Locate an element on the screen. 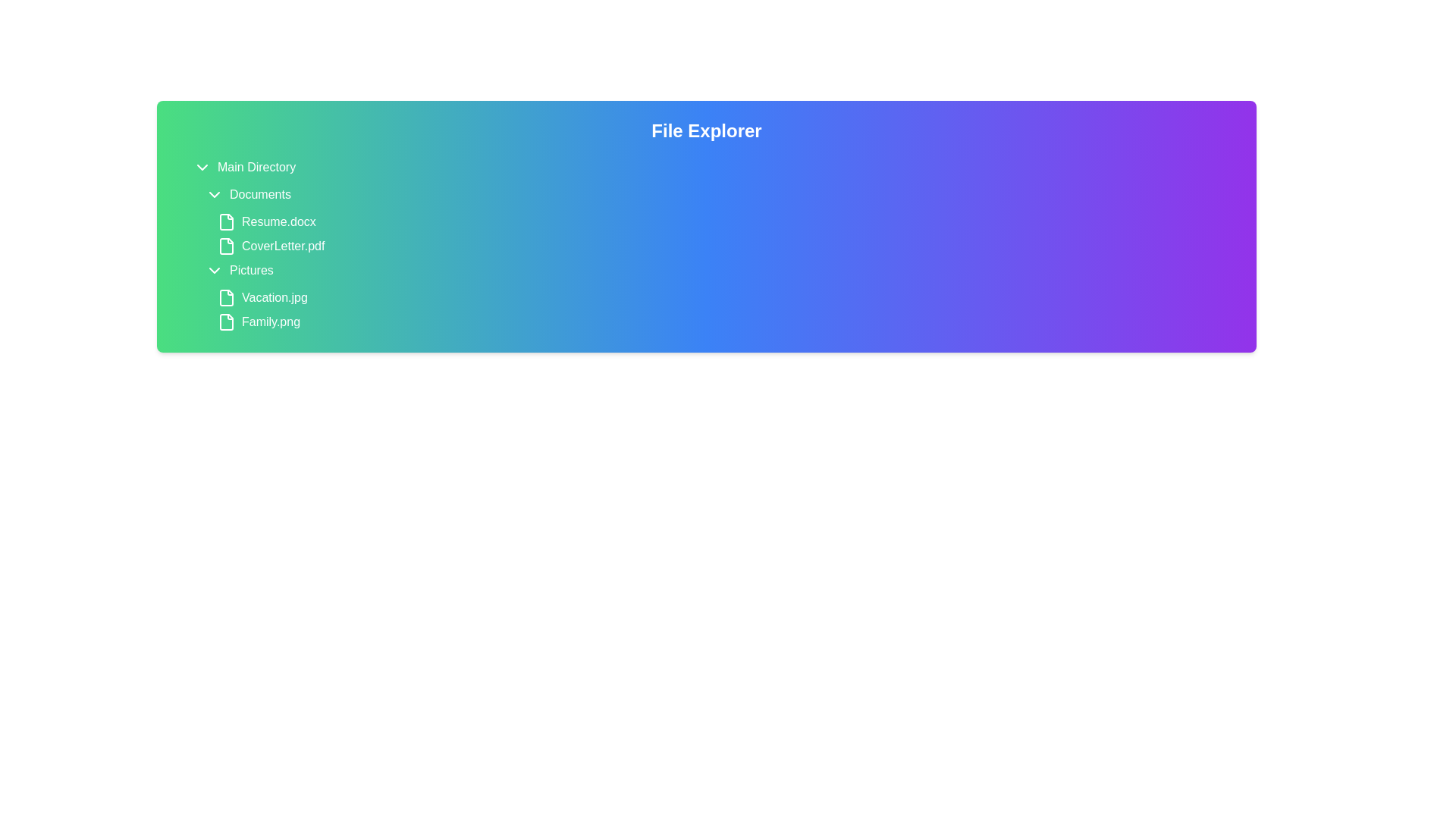  the text label representing the file named 'CoverLetter.pdf' located in the 'Documents' folder, positioned below 'Resume.docx' is located at coordinates (283, 245).